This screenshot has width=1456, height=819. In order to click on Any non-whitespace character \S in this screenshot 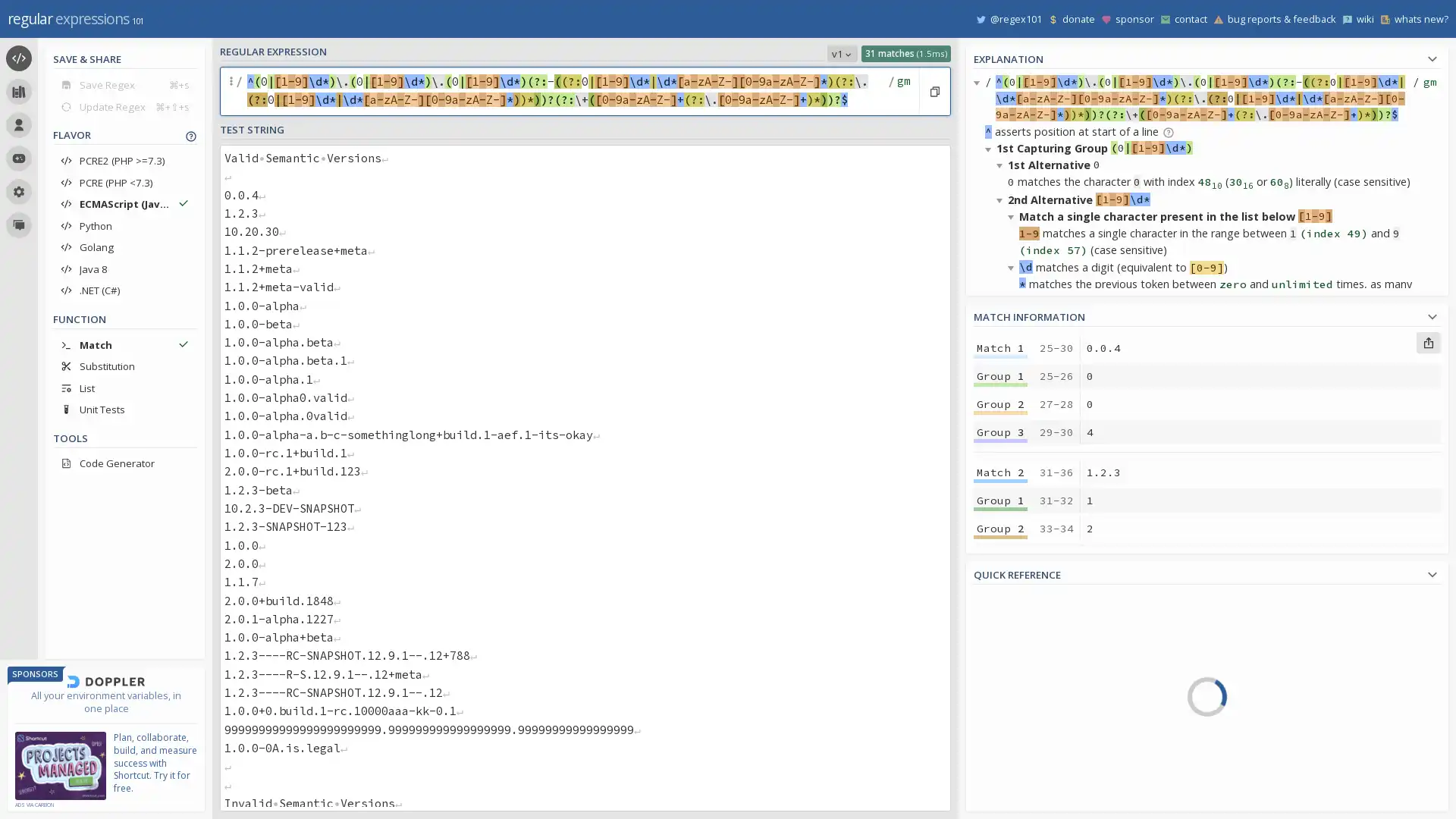, I will do `click(1282, 773)`.